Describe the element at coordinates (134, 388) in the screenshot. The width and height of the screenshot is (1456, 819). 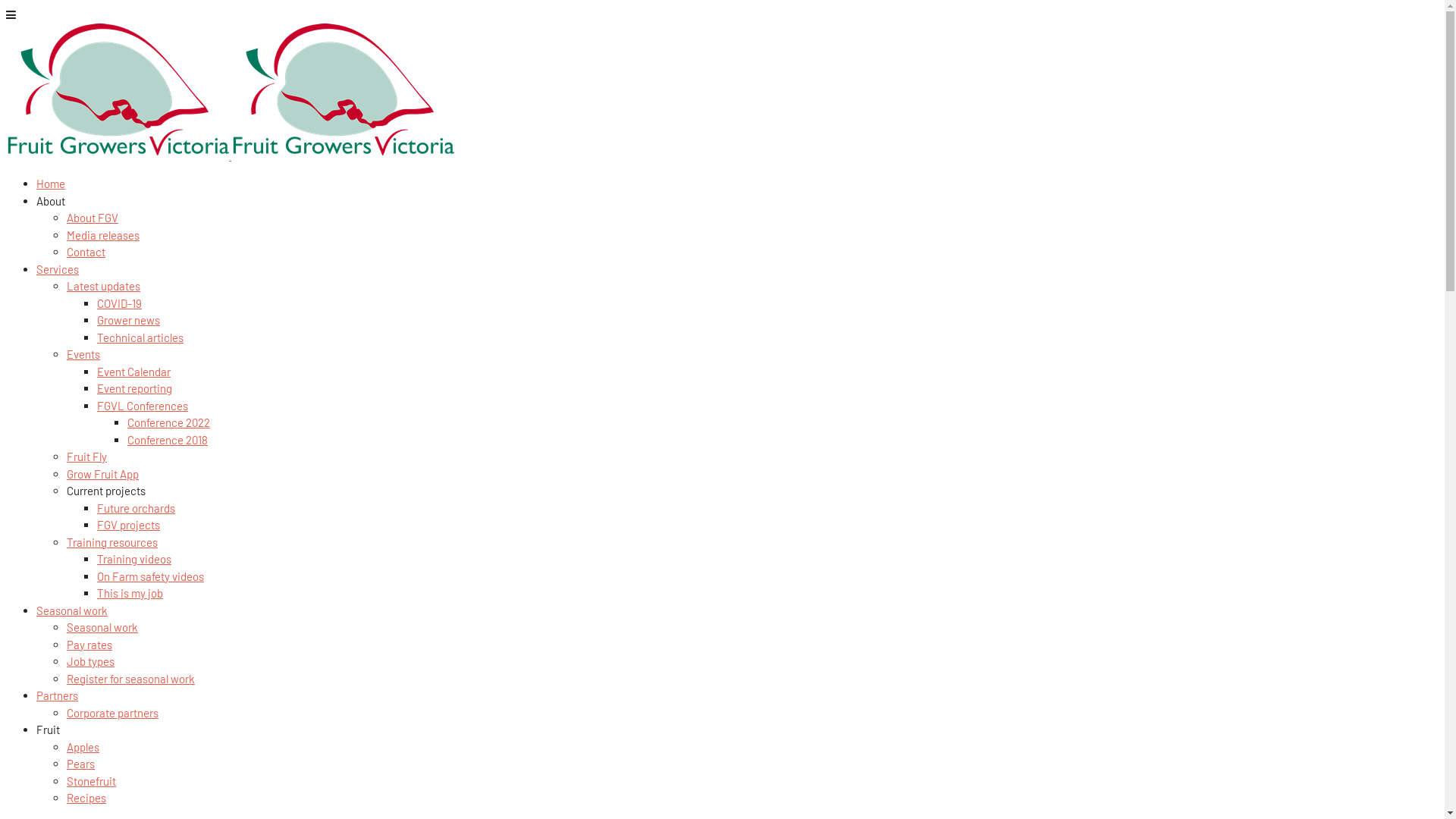
I see `'Event reporting'` at that location.